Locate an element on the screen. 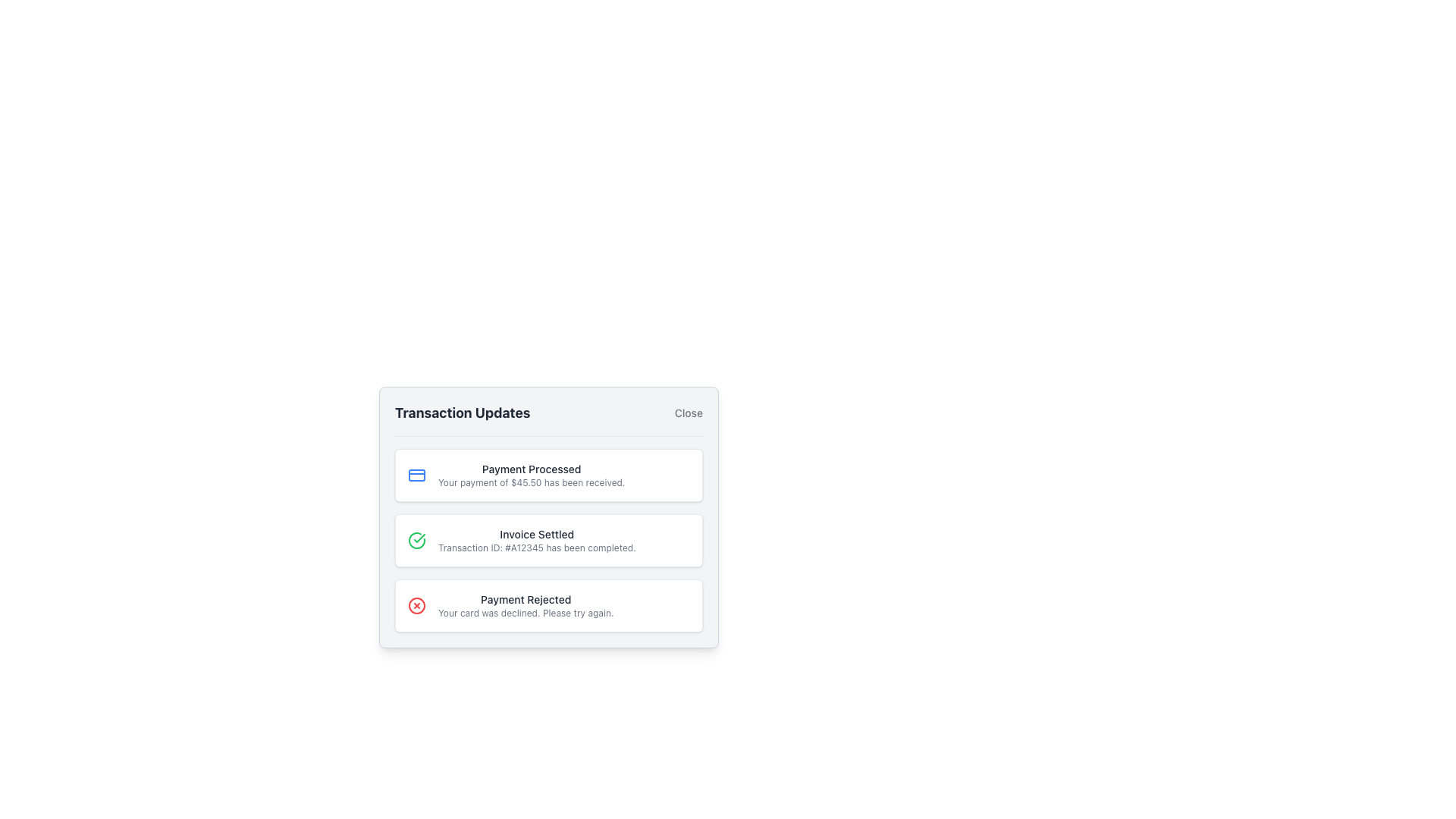  Text Label displaying 'Transaction ID: #A12345 has been completed.' which is located below 'Invoice Settled' in the transaction updates section is located at coordinates (537, 548).